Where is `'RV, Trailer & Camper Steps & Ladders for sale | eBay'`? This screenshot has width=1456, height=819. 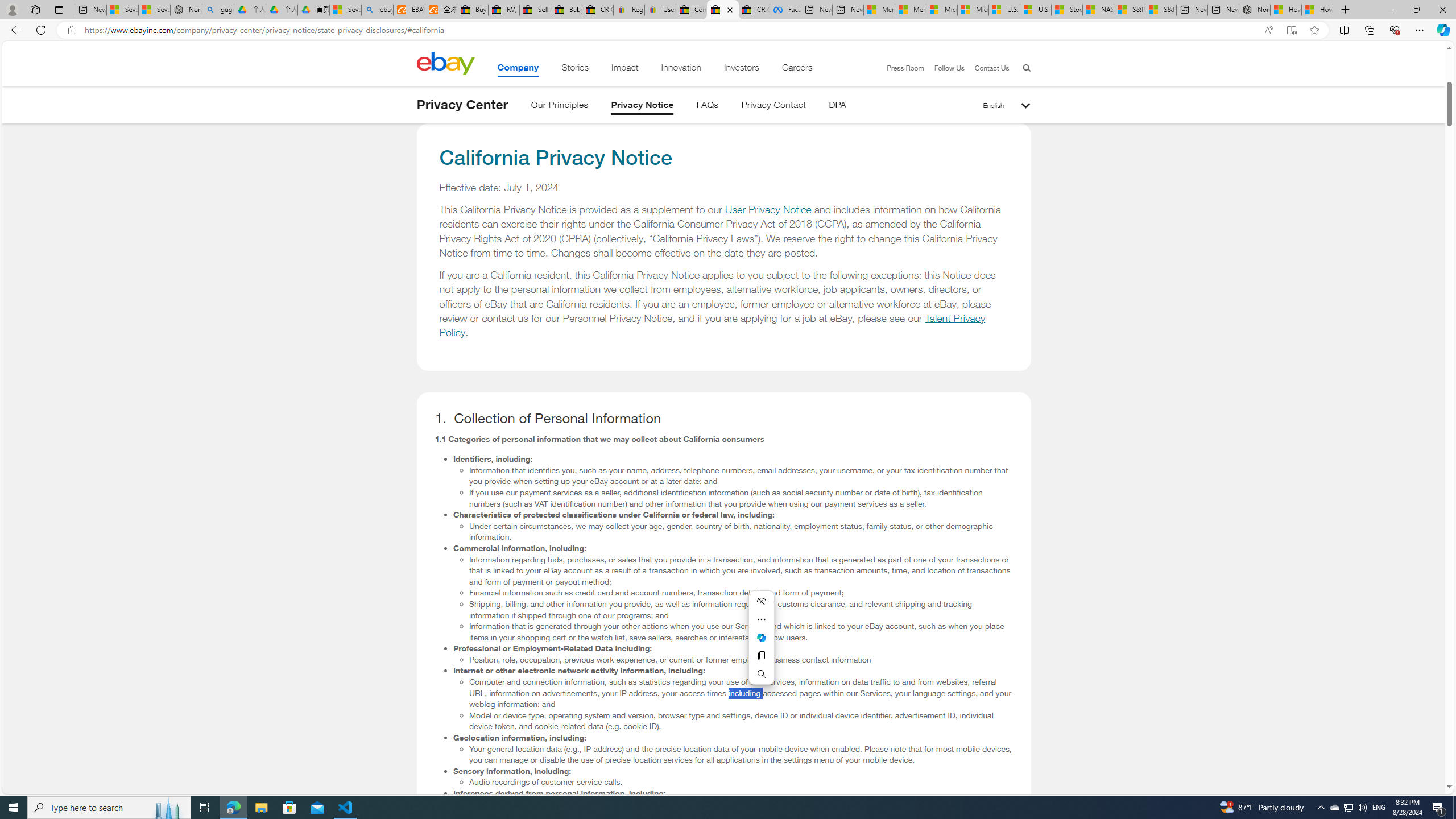 'RV, Trailer & Camper Steps & Ladders for sale | eBay' is located at coordinates (503, 9).